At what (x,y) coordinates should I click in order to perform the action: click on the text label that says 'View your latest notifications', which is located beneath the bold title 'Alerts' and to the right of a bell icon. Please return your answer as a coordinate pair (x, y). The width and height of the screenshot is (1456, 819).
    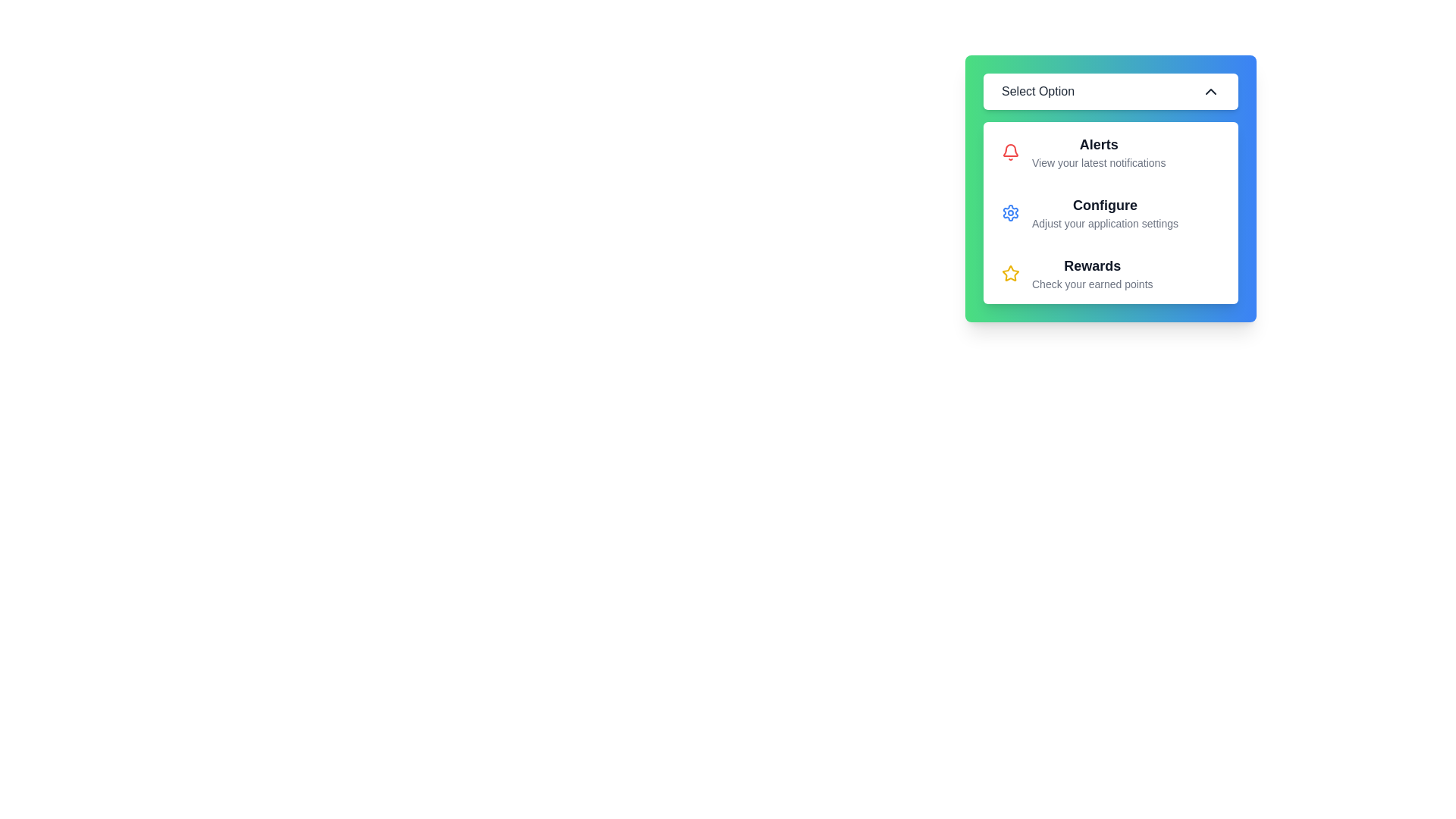
    Looking at the image, I should click on (1099, 163).